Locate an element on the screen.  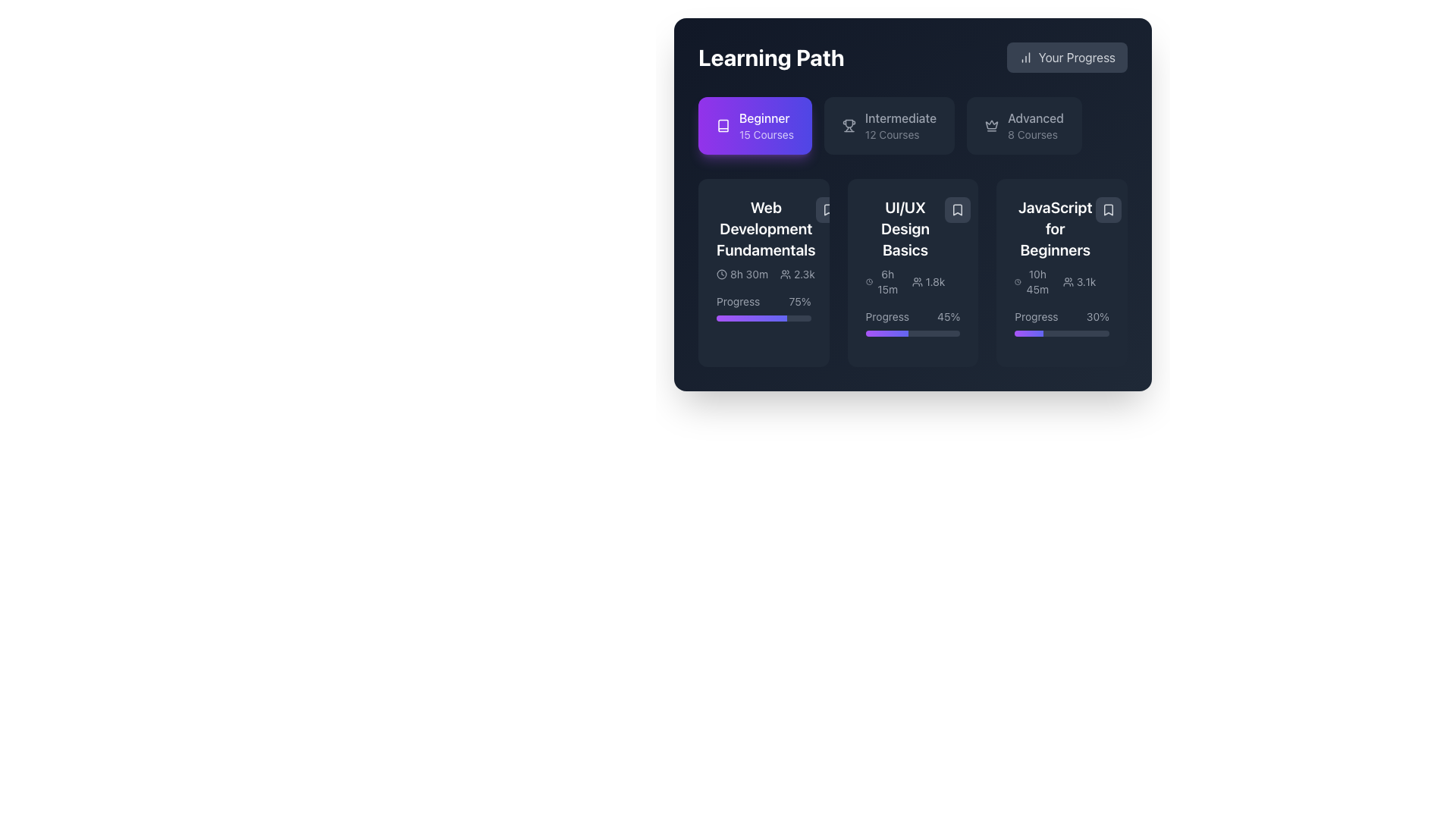
the group of people icon, which is styled in a minimalistic design with hollow lines and is located next to the numerical text '3.1k', above the 'Progress 30%' bar and to the right of '10h 45m' is located at coordinates (1067, 281).